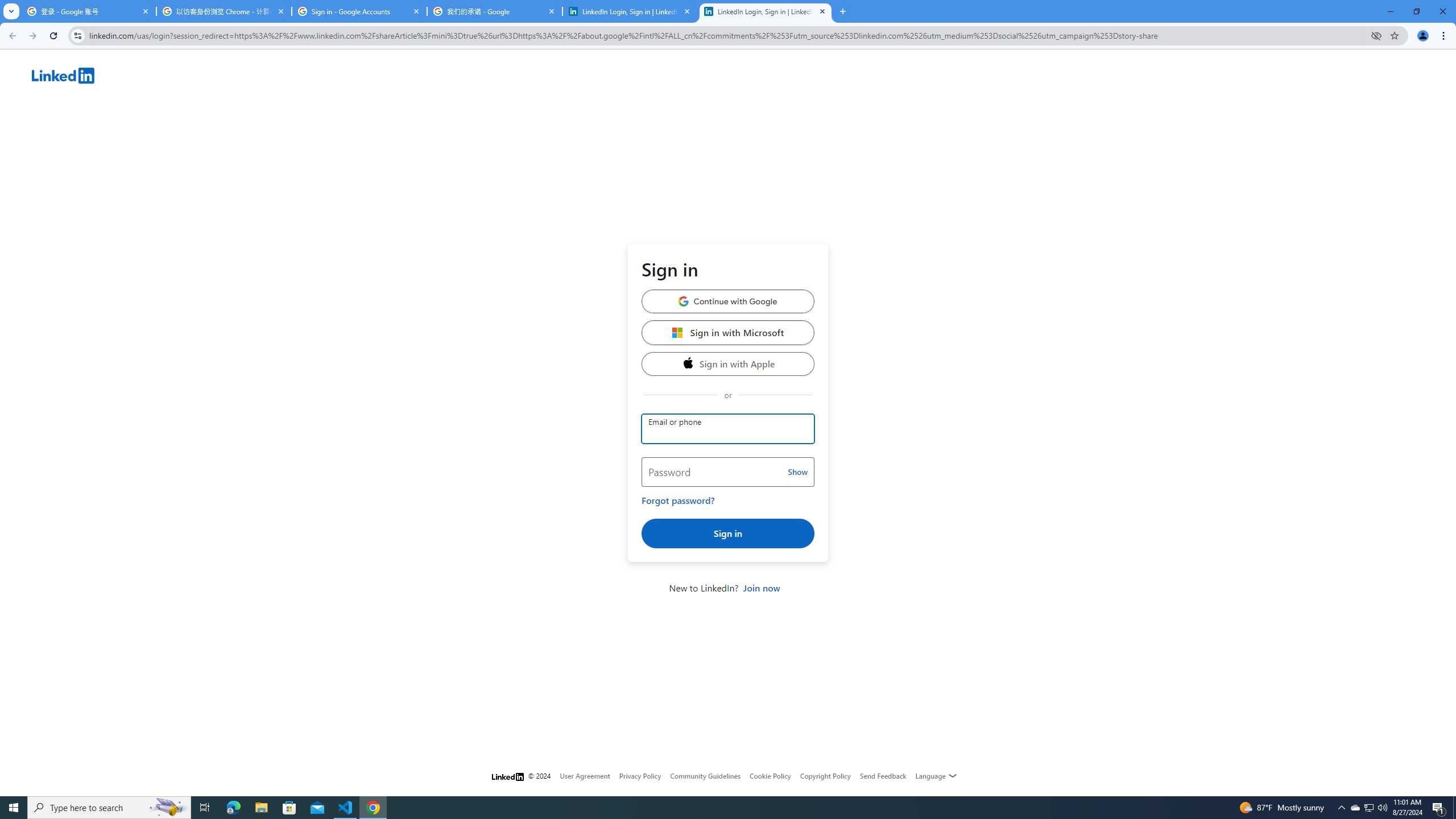 This screenshot has height=819, width=1456. Describe the element at coordinates (770, 775) in the screenshot. I see `'Cookie Policy'` at that location.